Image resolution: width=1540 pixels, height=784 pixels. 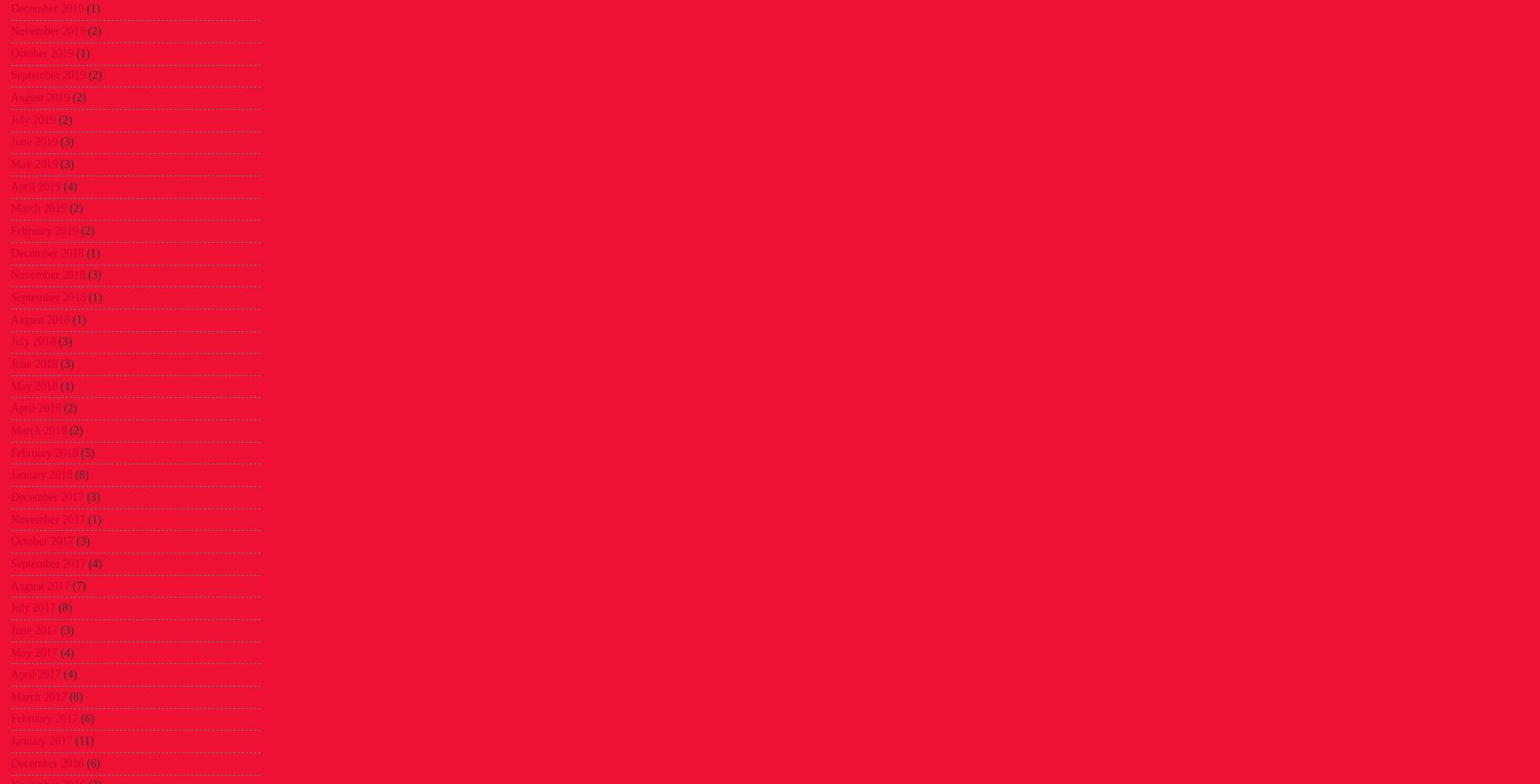 What do you see at coordinates (47, 518) in the screenshot?
I see `'November 2017'` at bounding box center [47, 518].